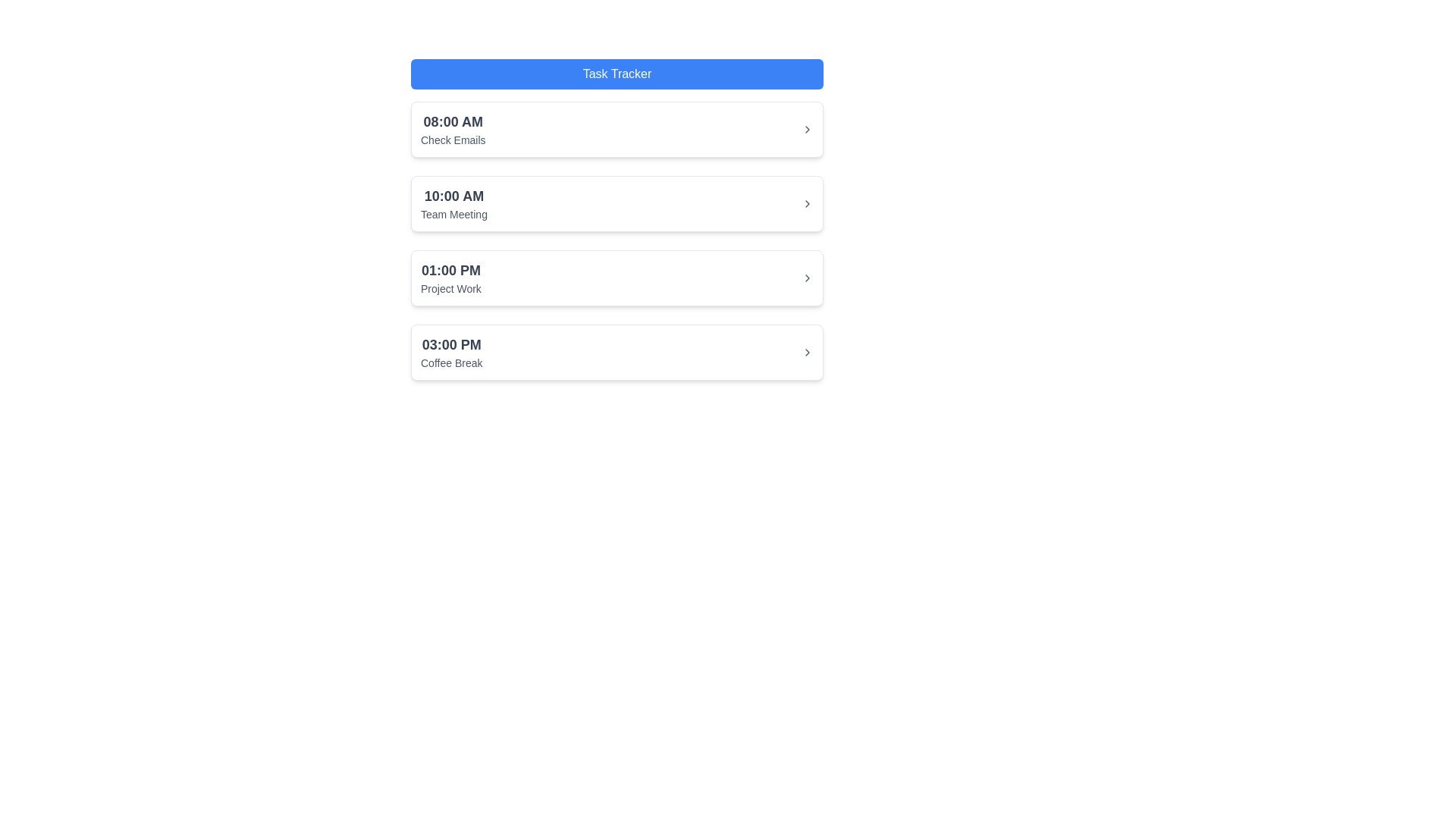 Image resolution: width=1456 pixels, height=819 pixels. I want to click on the Chevron icon next to '10:00 AM Team Meeting', so click(807, 203).